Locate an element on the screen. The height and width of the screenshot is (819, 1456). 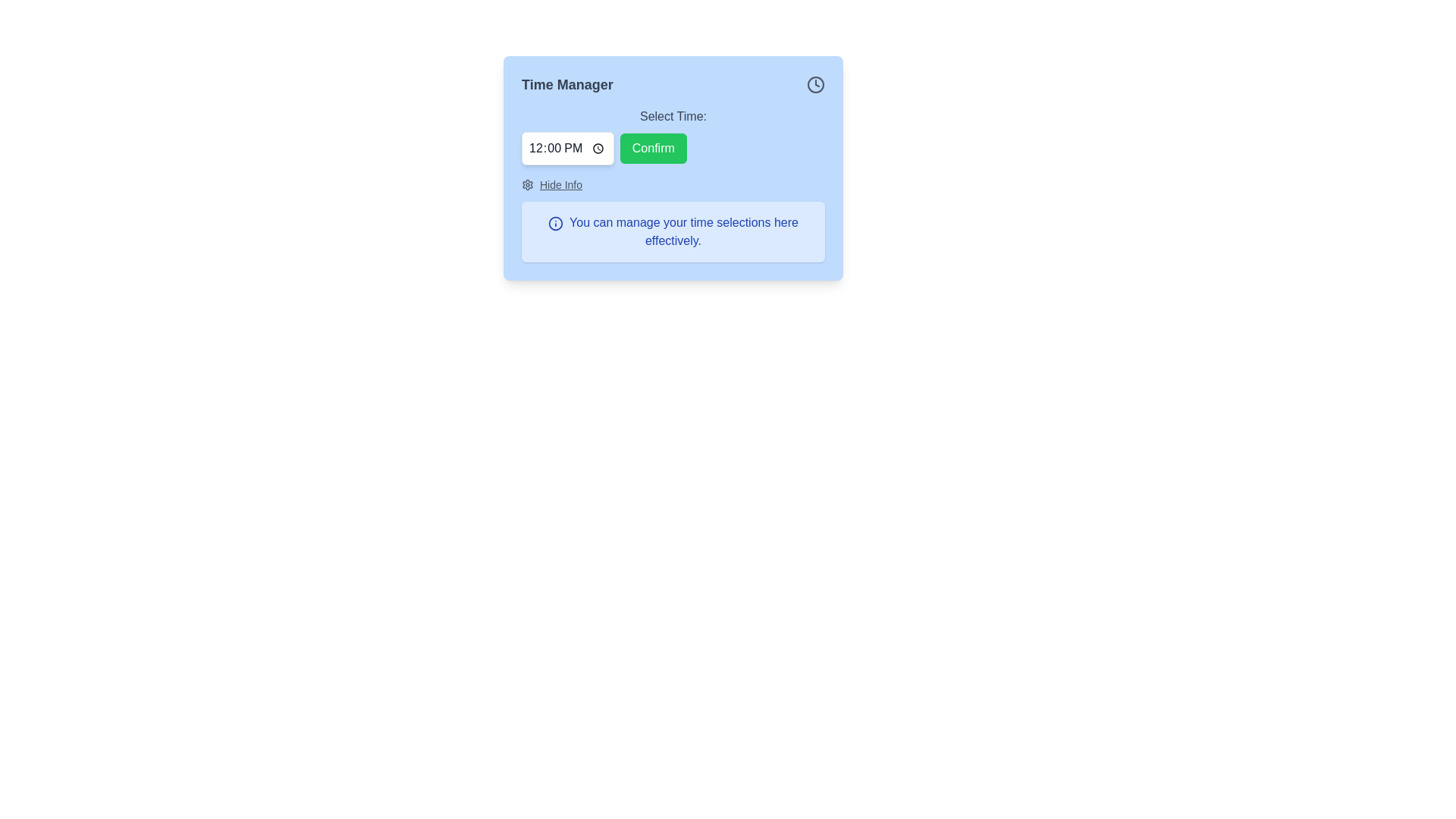
the gear-like icon located in the 'Hide Info' section is located at coordinates (528, 184).